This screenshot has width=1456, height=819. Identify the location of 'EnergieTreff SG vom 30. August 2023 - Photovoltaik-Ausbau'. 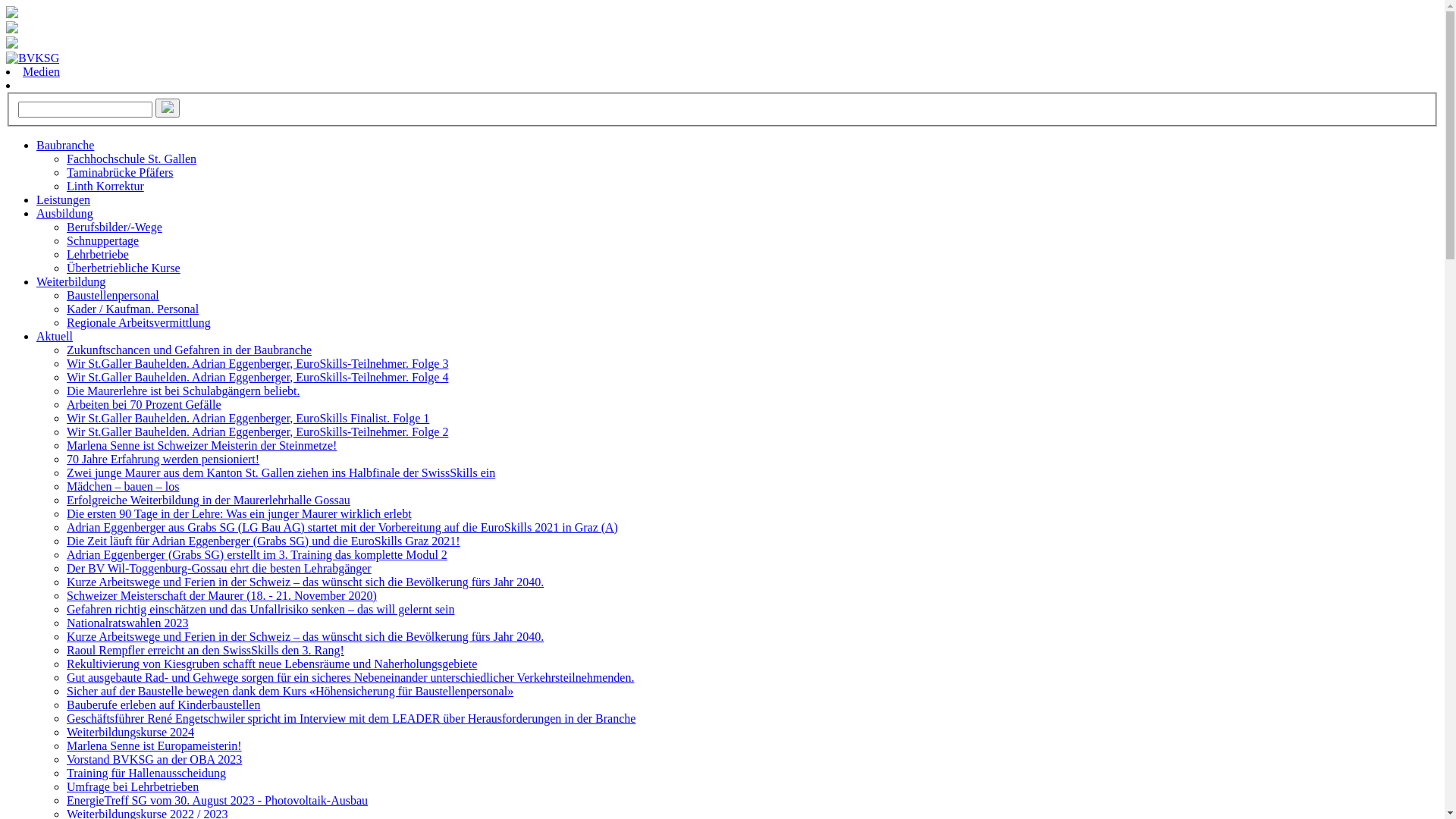
(216, 799).